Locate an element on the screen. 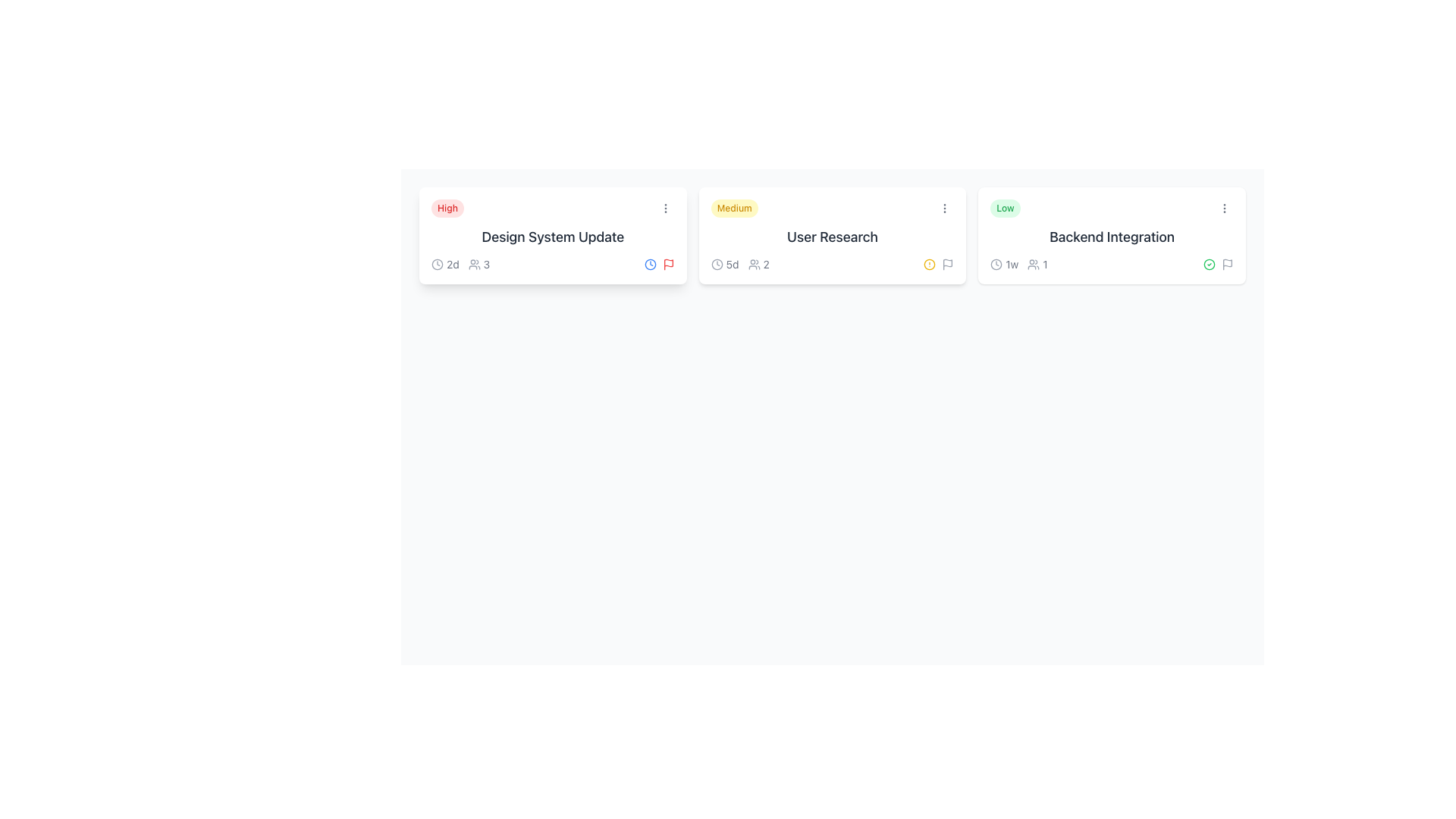 This screenshot has width=1456, height=819. the vertical ellipsis icon button located at the top-right corner of the 'Backend Integration' card is located at coordinates (1224, 208).